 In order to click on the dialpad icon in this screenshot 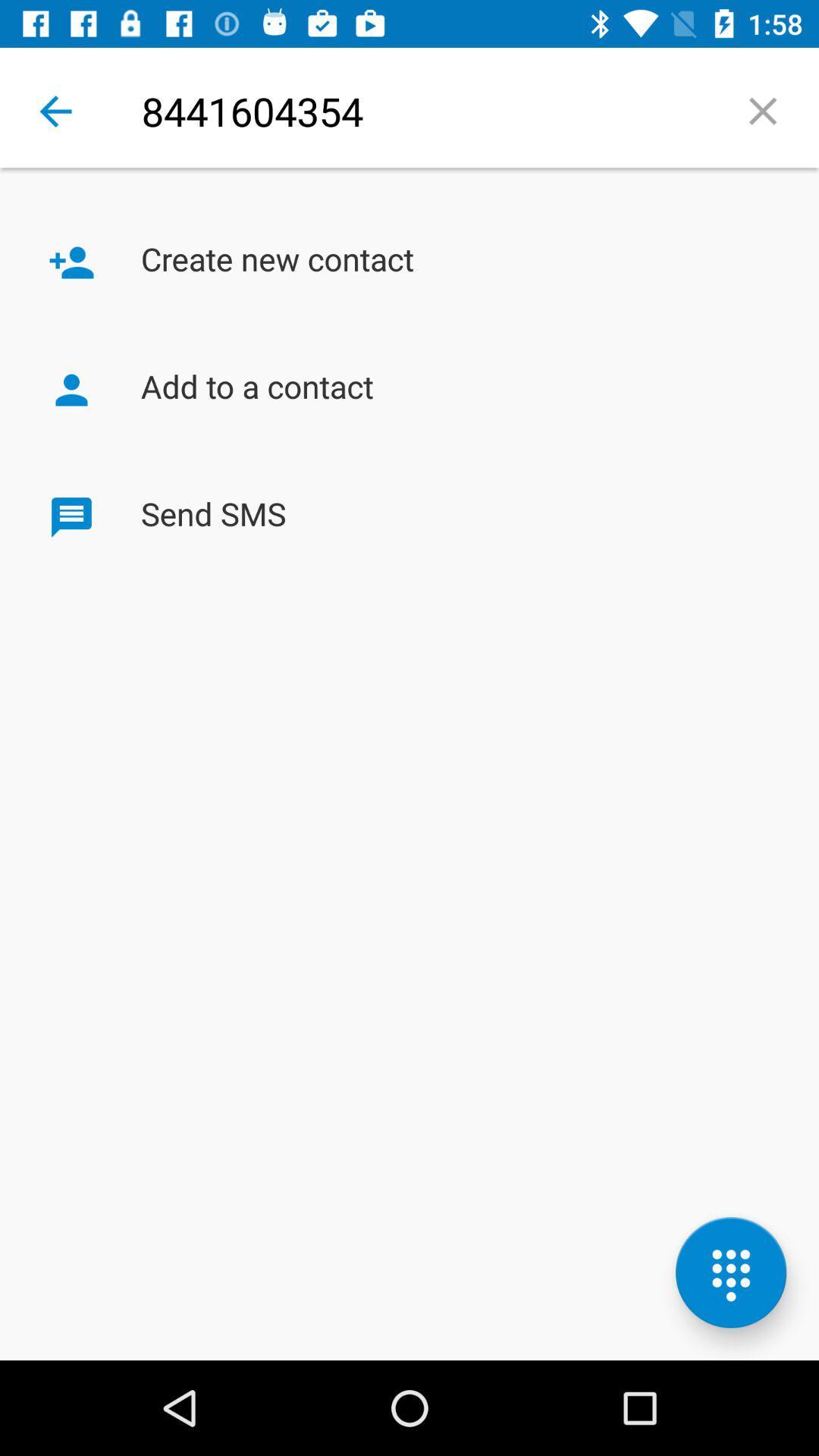, I will do `click(730, 1272)`.